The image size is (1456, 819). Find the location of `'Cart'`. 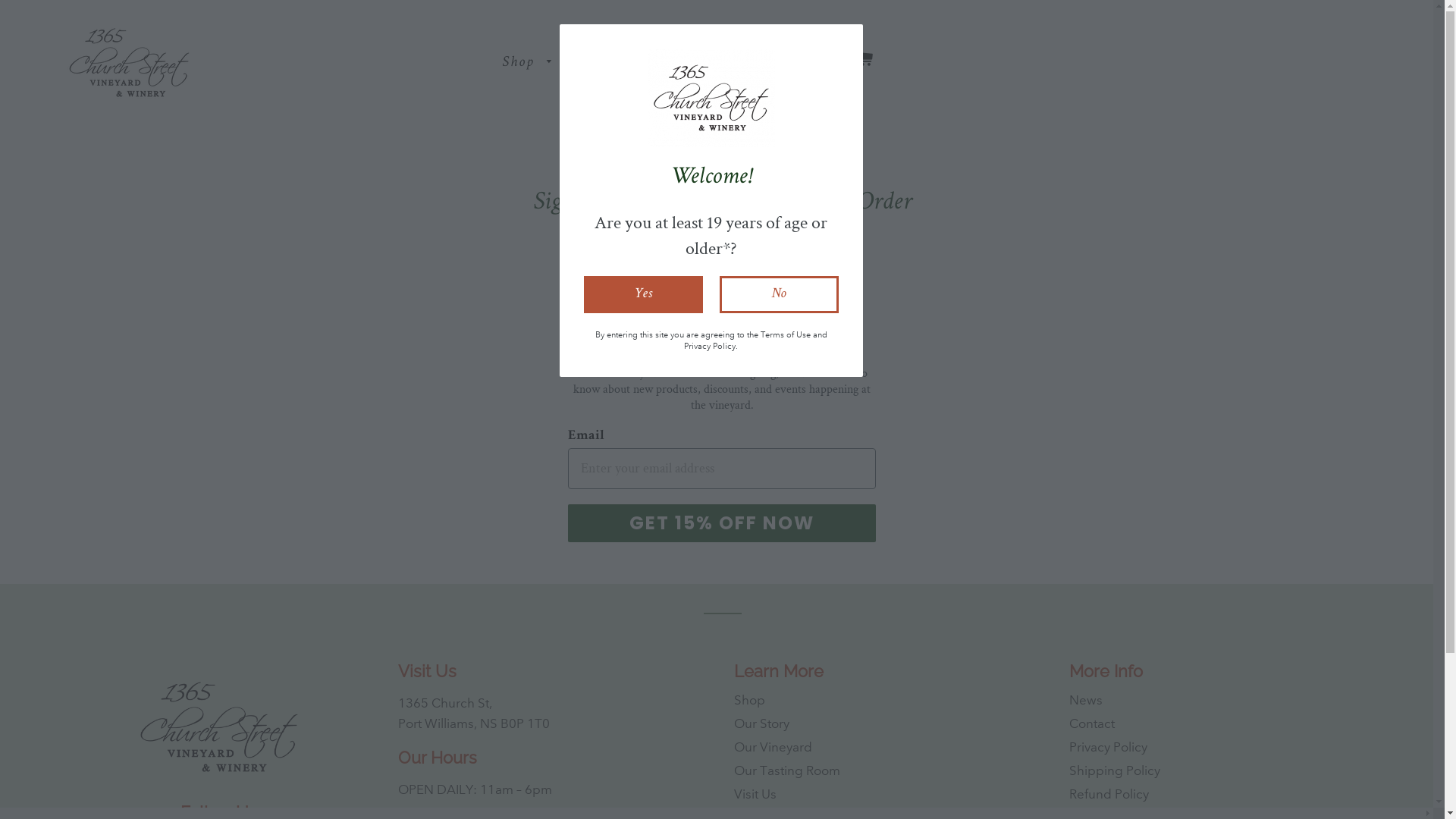

'Cart' is located at coordinates (863, 61).